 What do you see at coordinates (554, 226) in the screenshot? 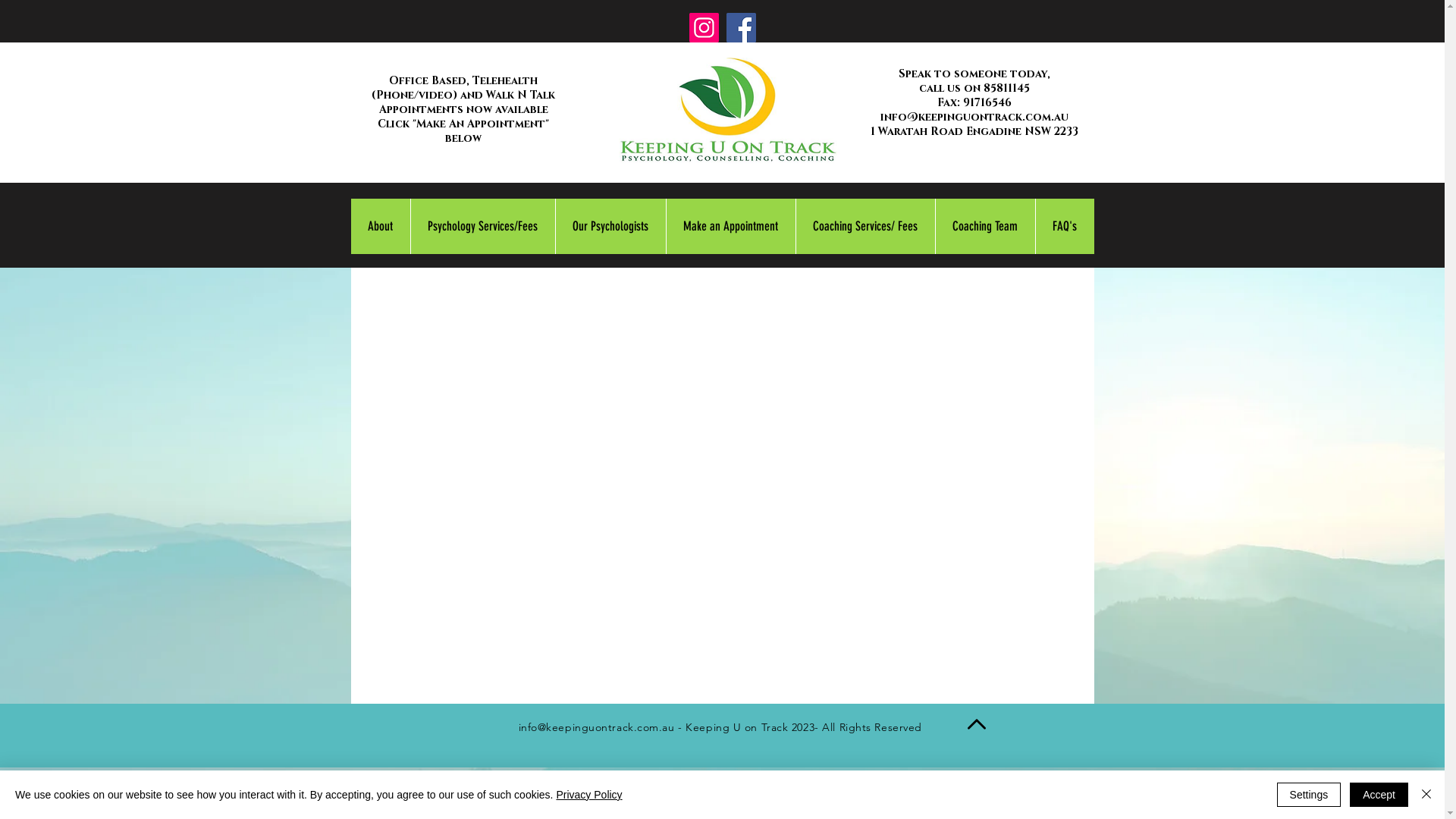
I see `'Our Psychologists'` at bounding box center [554, 226].